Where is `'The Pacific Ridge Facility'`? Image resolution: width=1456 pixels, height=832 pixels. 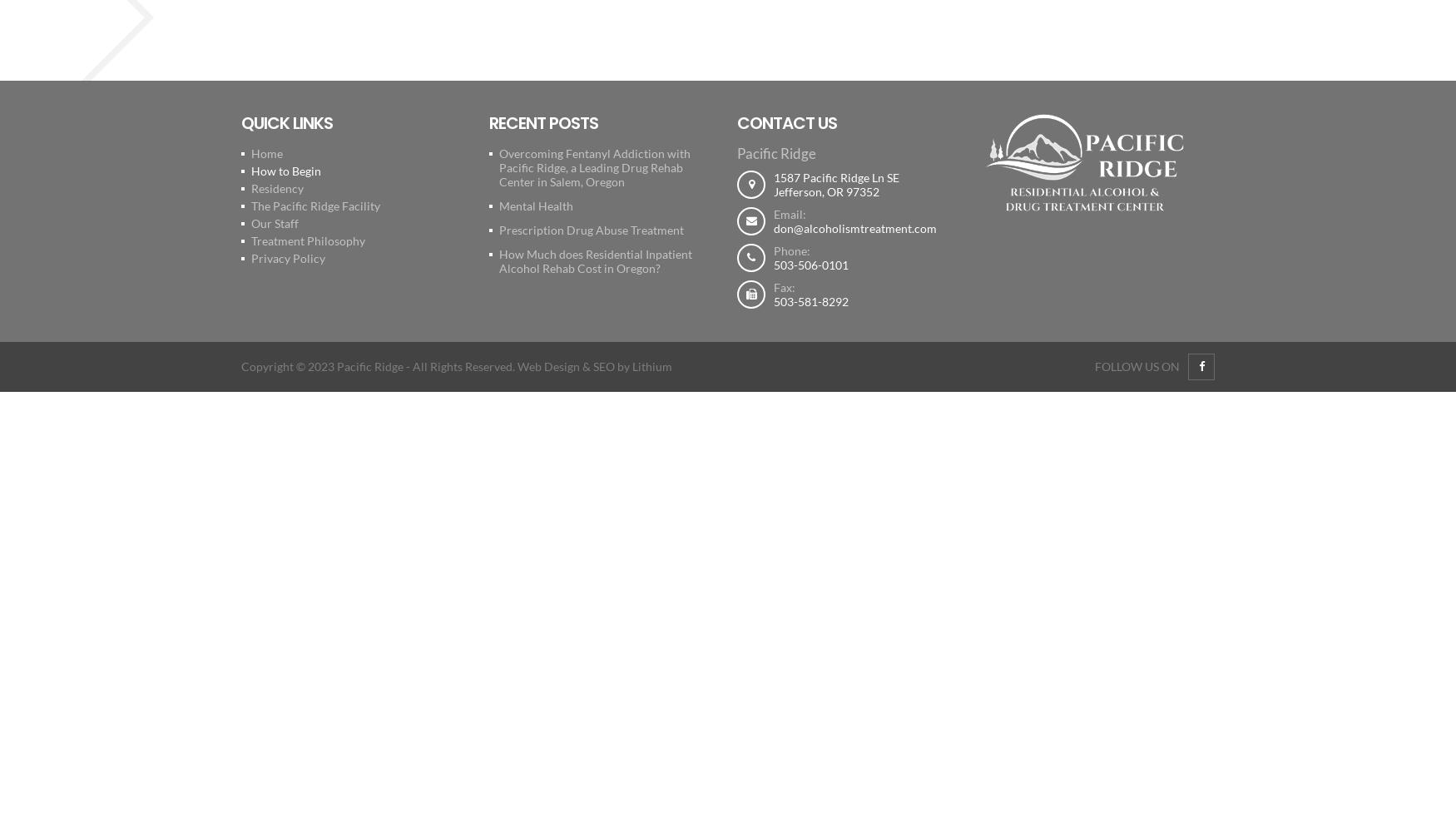 'The Pacific Ridge Facility' is located at coordinates (314, 205).